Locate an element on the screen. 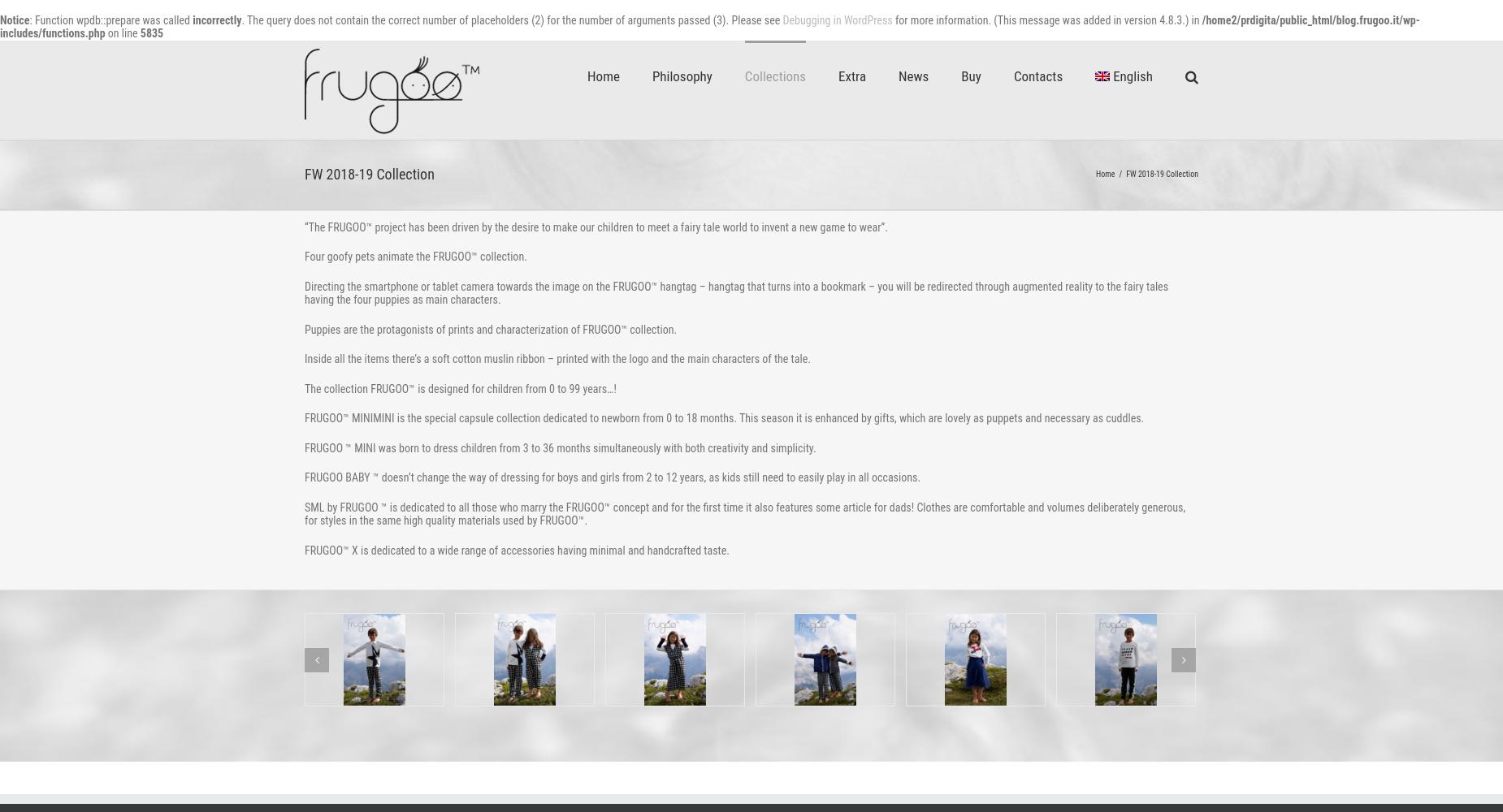 Image resolution: width=1503 pixels, height=812 pixels. 'Home' is located at coordinates (1104, 173).